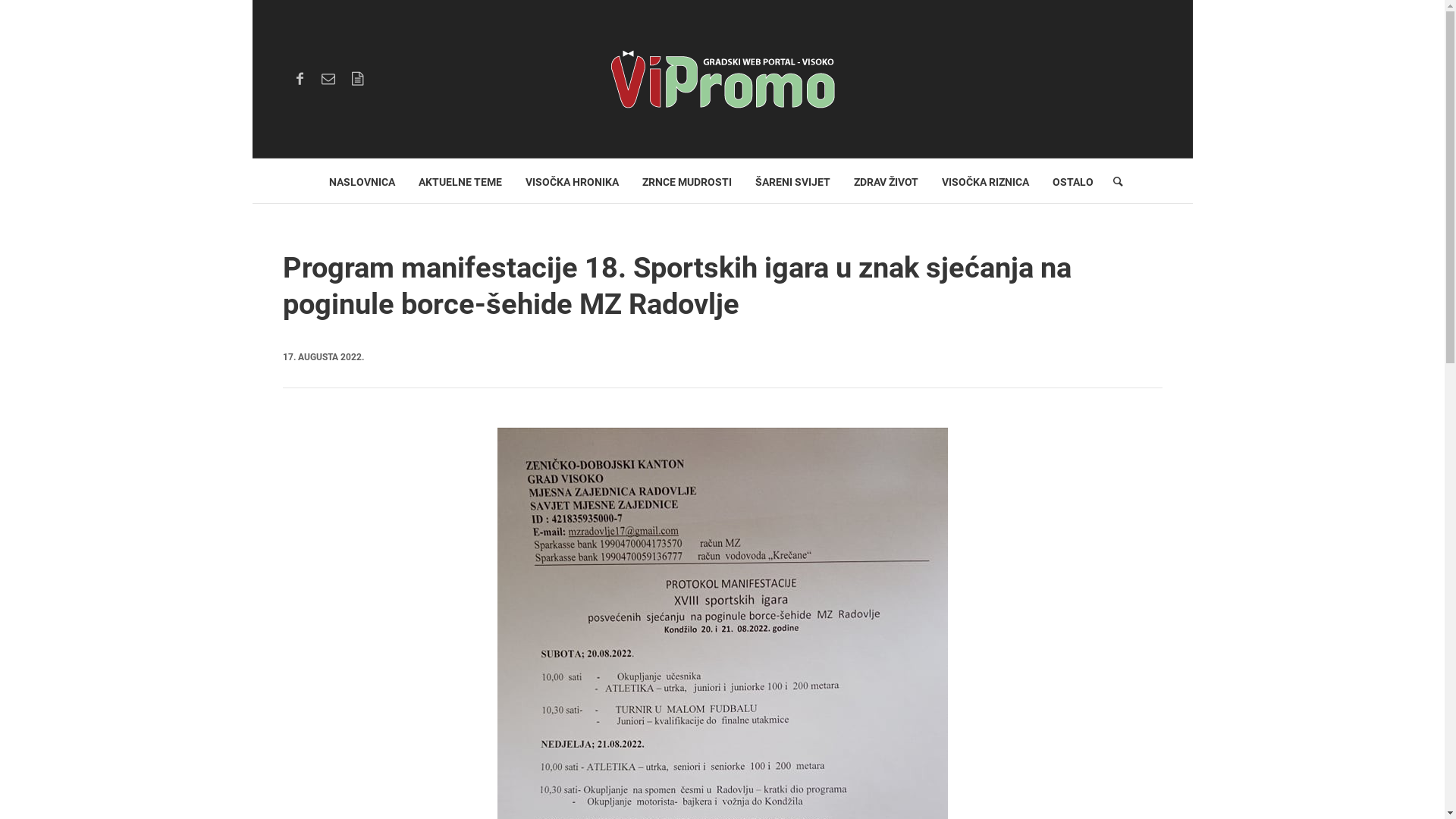 Image resolution: width=1456 pixels, height=819 pixels. What do you see at coordinates (686, 180) in the screenshot?
I see `'ZRNCE MUDROSTI'` at bounding box center [686, 180].